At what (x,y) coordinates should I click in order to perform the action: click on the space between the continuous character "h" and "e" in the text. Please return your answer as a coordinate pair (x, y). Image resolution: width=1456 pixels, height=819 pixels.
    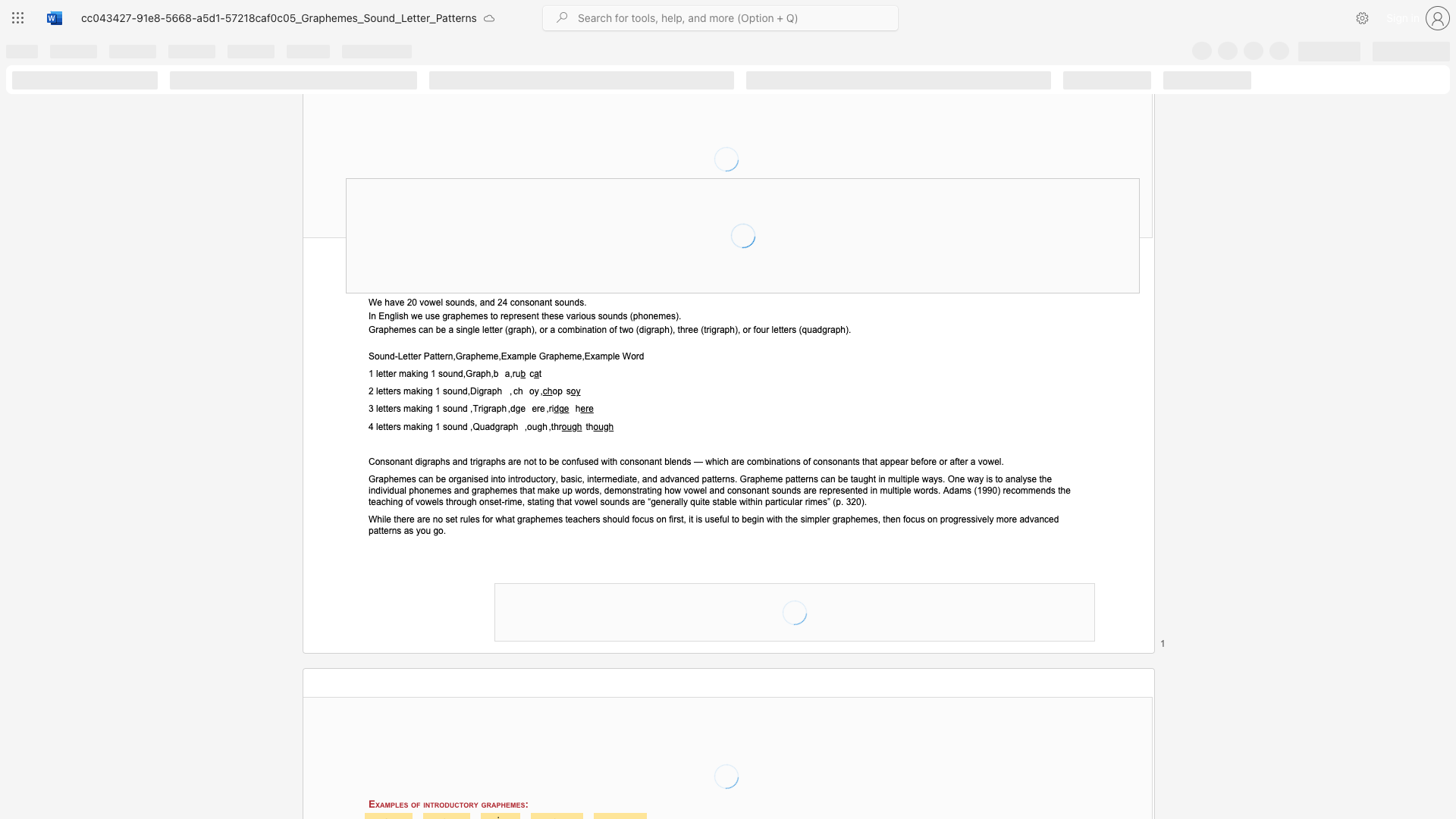
    Looking at the image, I should click on (394, 328).